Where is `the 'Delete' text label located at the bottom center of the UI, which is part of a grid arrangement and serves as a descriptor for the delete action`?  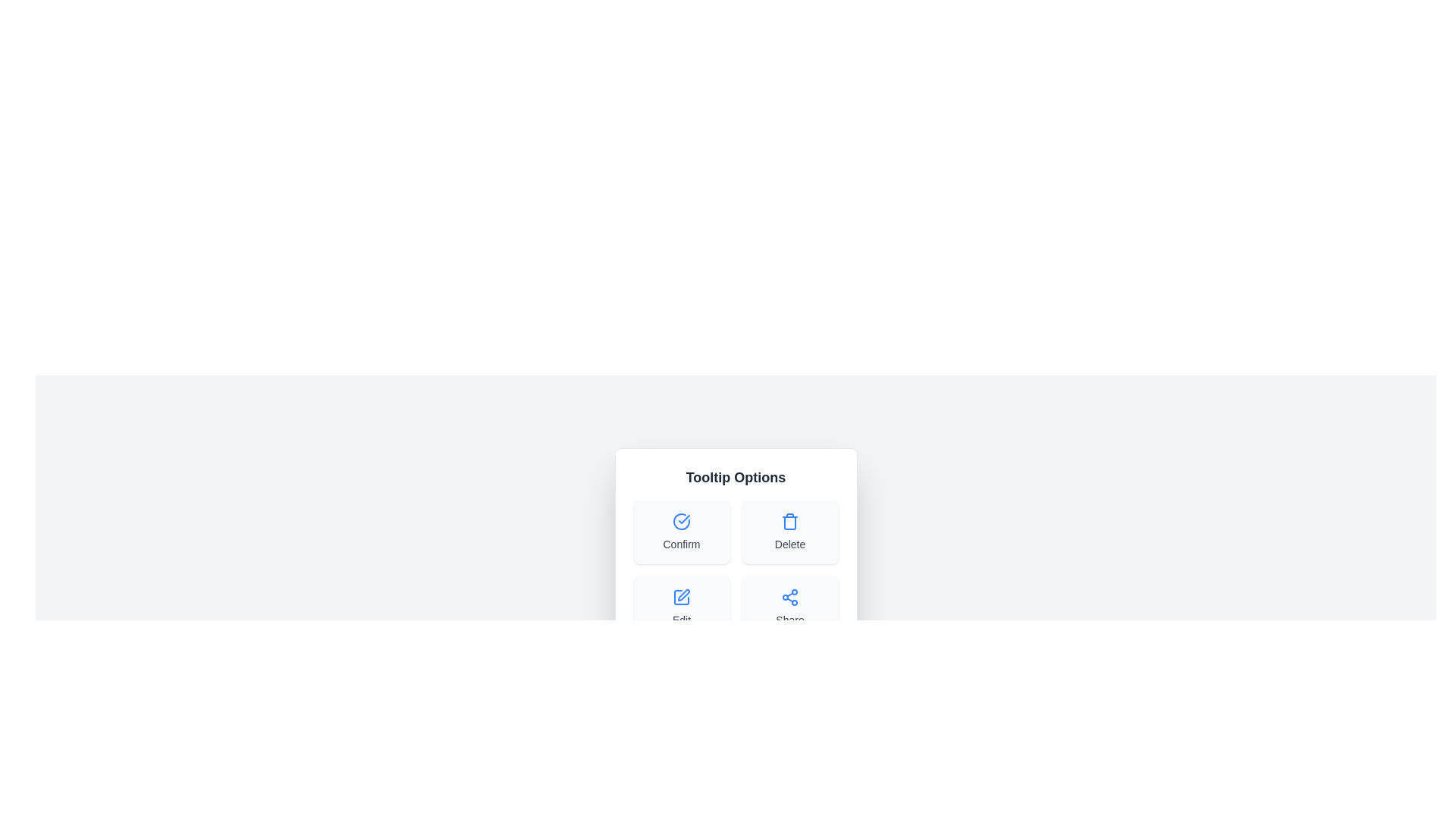 the 'Delete' text label located at the bottom center of the UI, which is part of a grid arrangement and serves as a descriptor for the delete action is located at coordinates (789, 543).